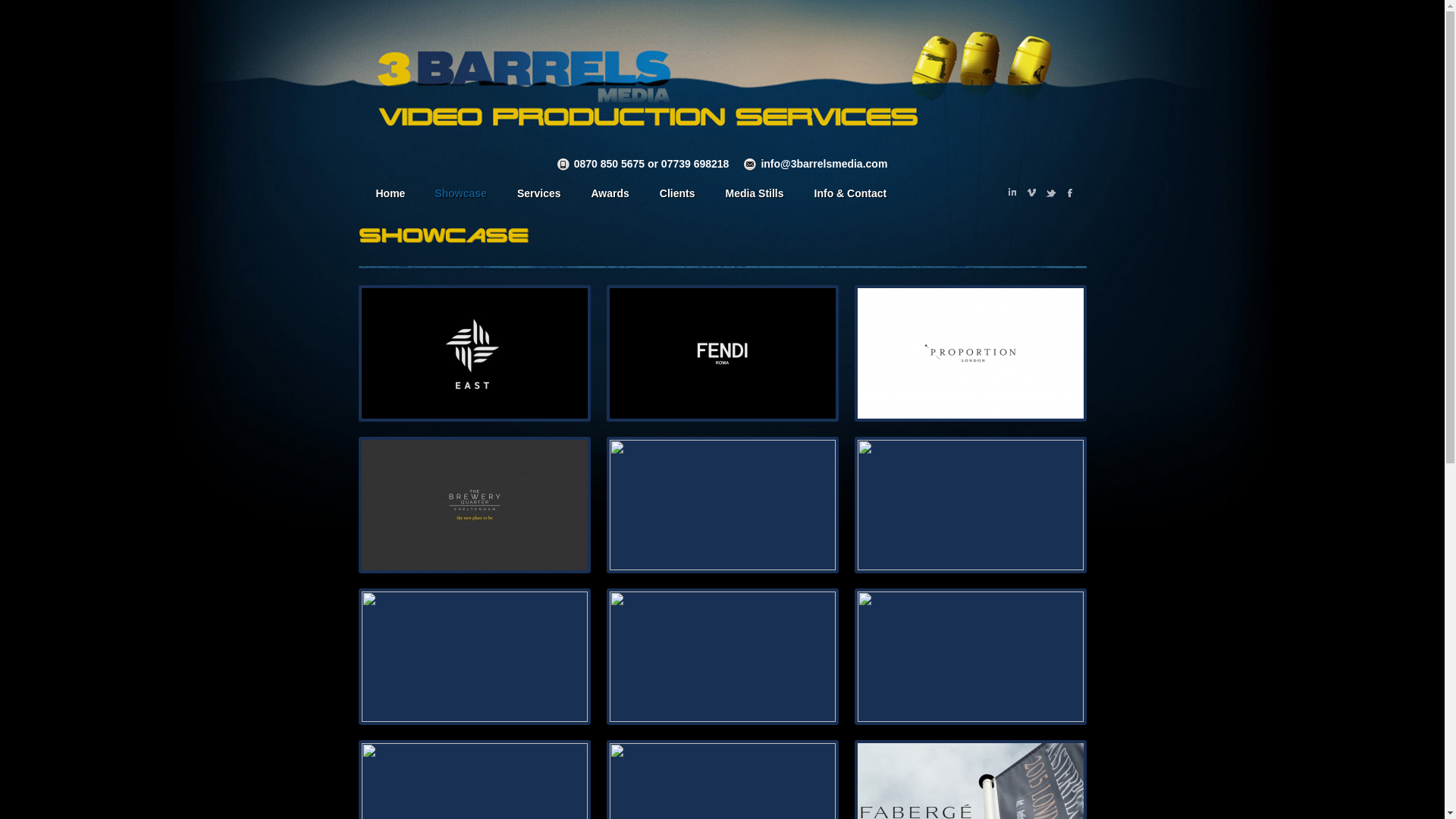  What do you see at coordinates (676, 195) in the screenshot?
I see `'Clients'` at bounding box center [676, 195].